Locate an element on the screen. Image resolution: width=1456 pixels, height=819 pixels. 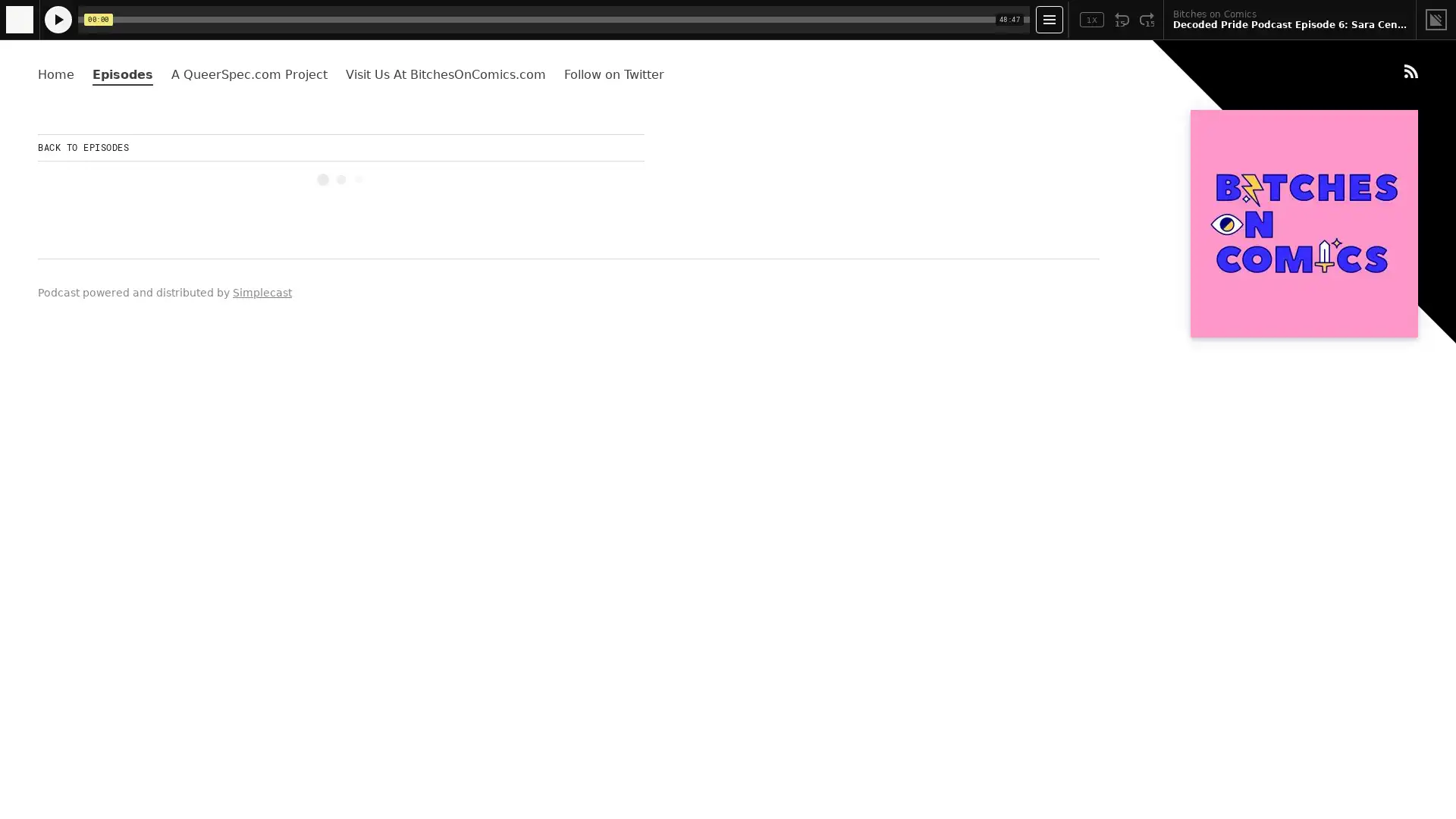
Open Player Settings is located at coordinates (1048, 20).